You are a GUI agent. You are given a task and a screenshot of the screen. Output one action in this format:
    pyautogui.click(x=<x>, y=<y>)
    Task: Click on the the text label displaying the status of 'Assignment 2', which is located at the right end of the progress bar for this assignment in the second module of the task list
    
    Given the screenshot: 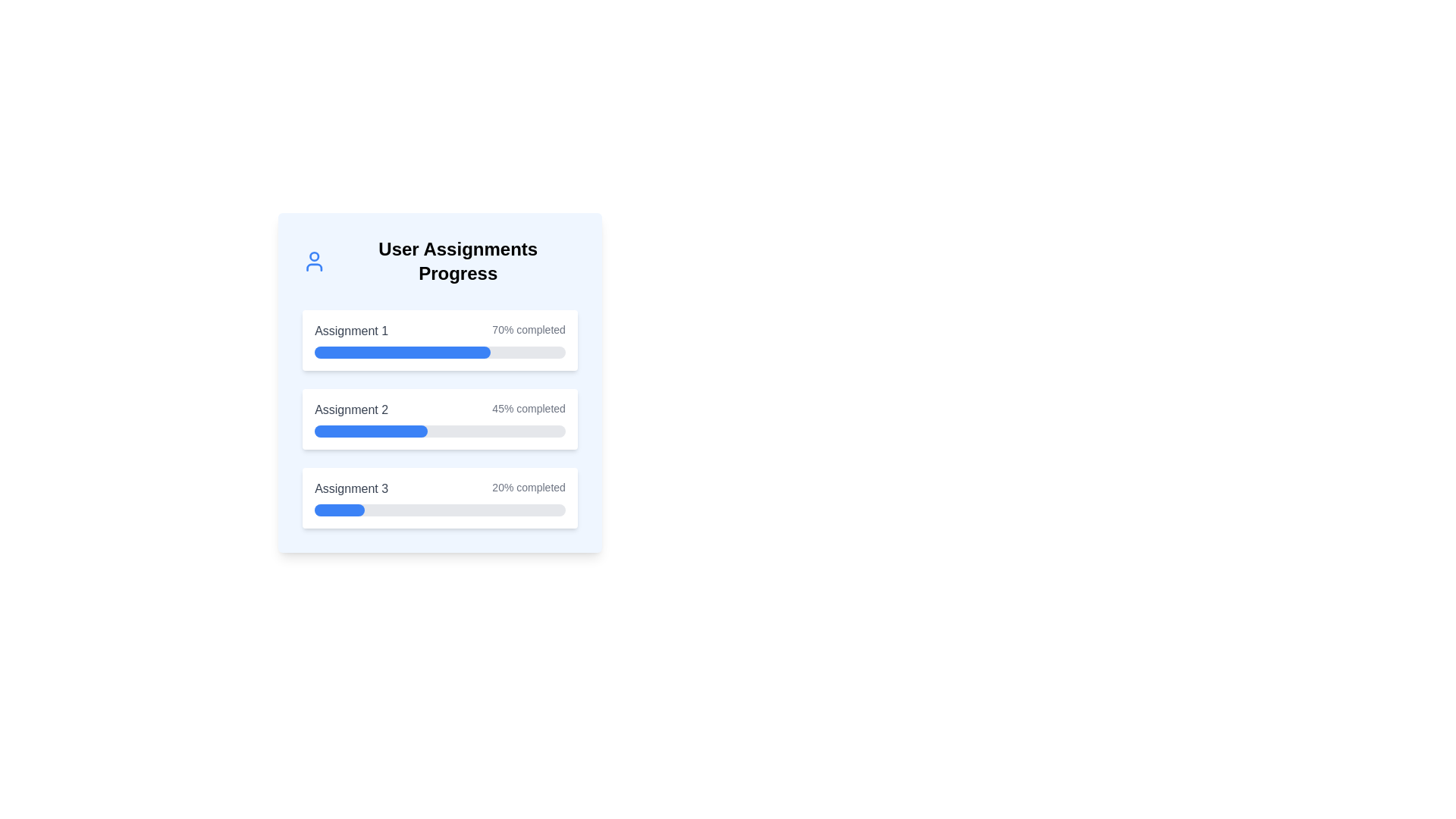 What is the action you would take?
    pyautogui.click(x=529, y=409)
    